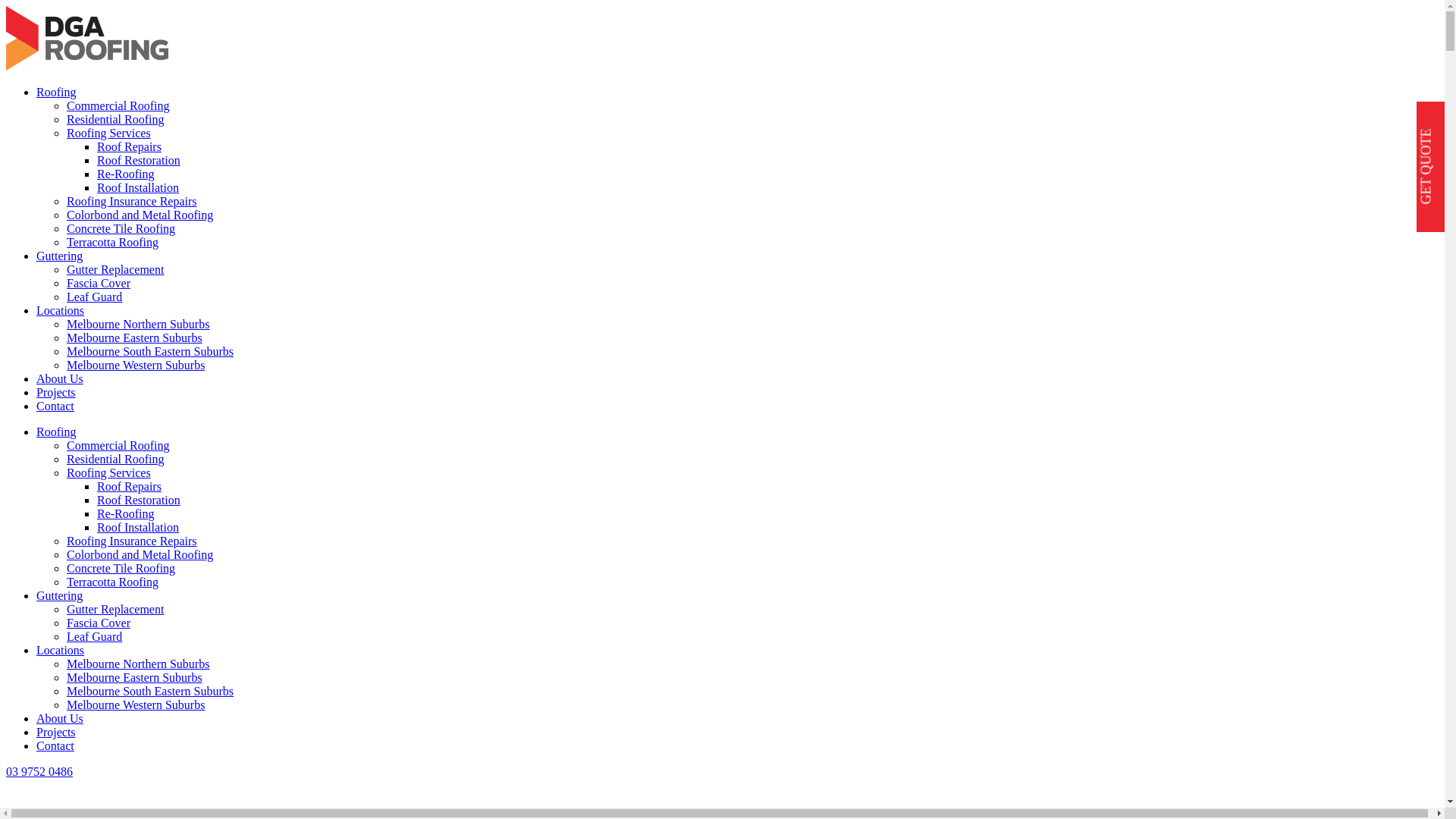 This screenshot has width=1456, height=819. I want to click on 'Re-Roofing', so click(126, 513).